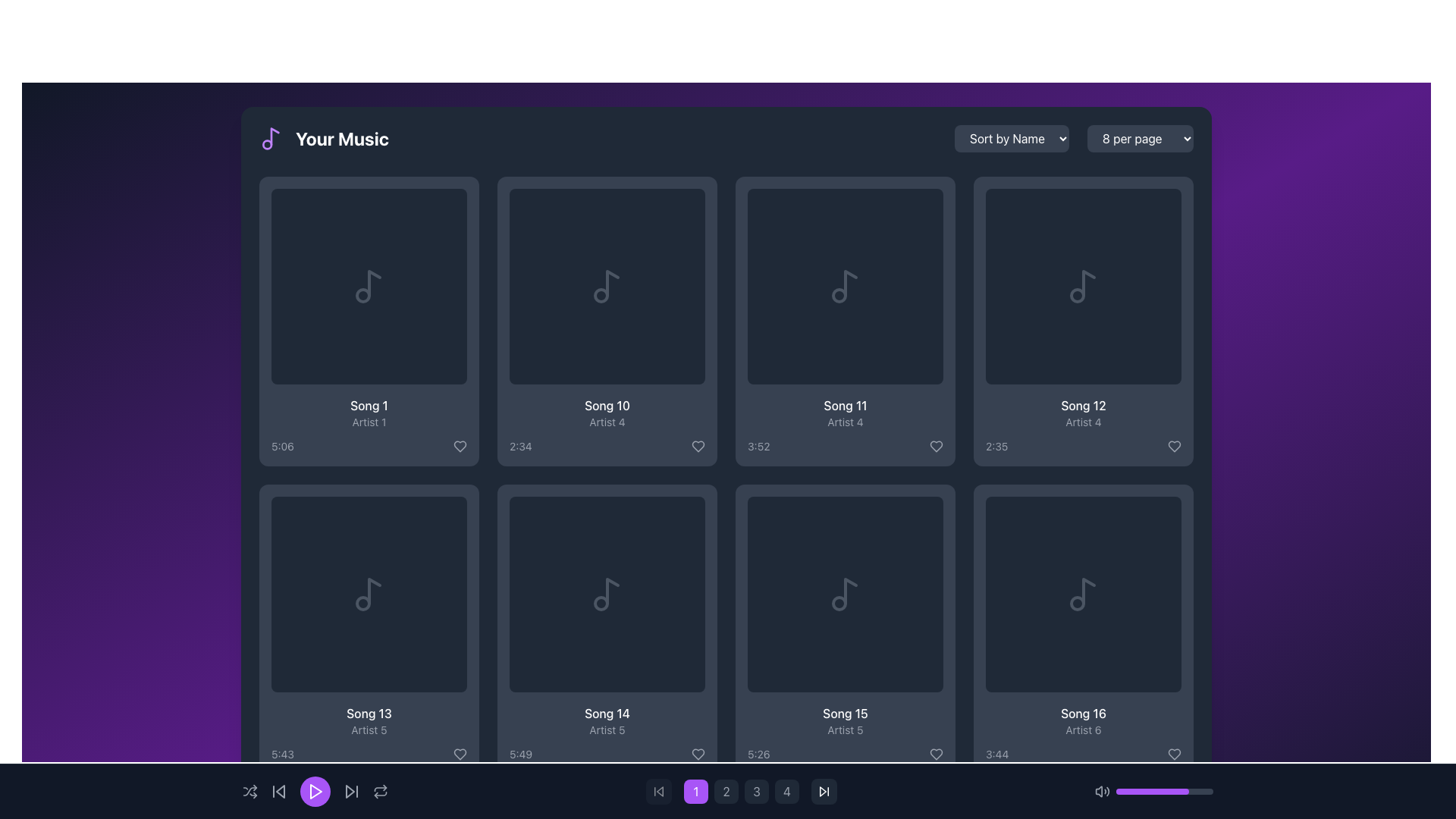  I want to click on the Text Label indicating the artist of 'Song 16', located below the title and above the duration, so click(1083, 730).